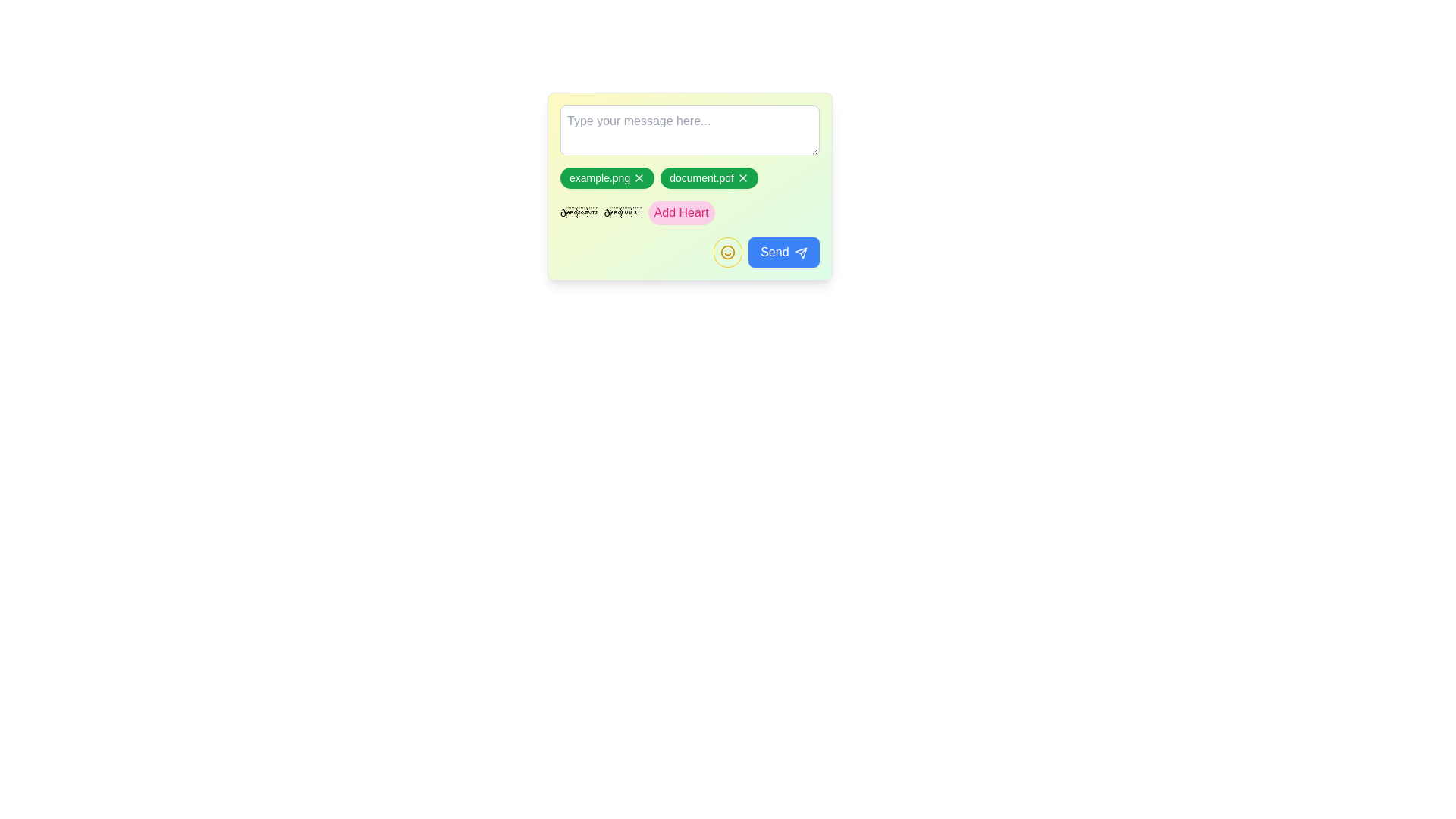 The image size is (1456, 819). I want to click on the 'Send' icon, so click(800, 251).